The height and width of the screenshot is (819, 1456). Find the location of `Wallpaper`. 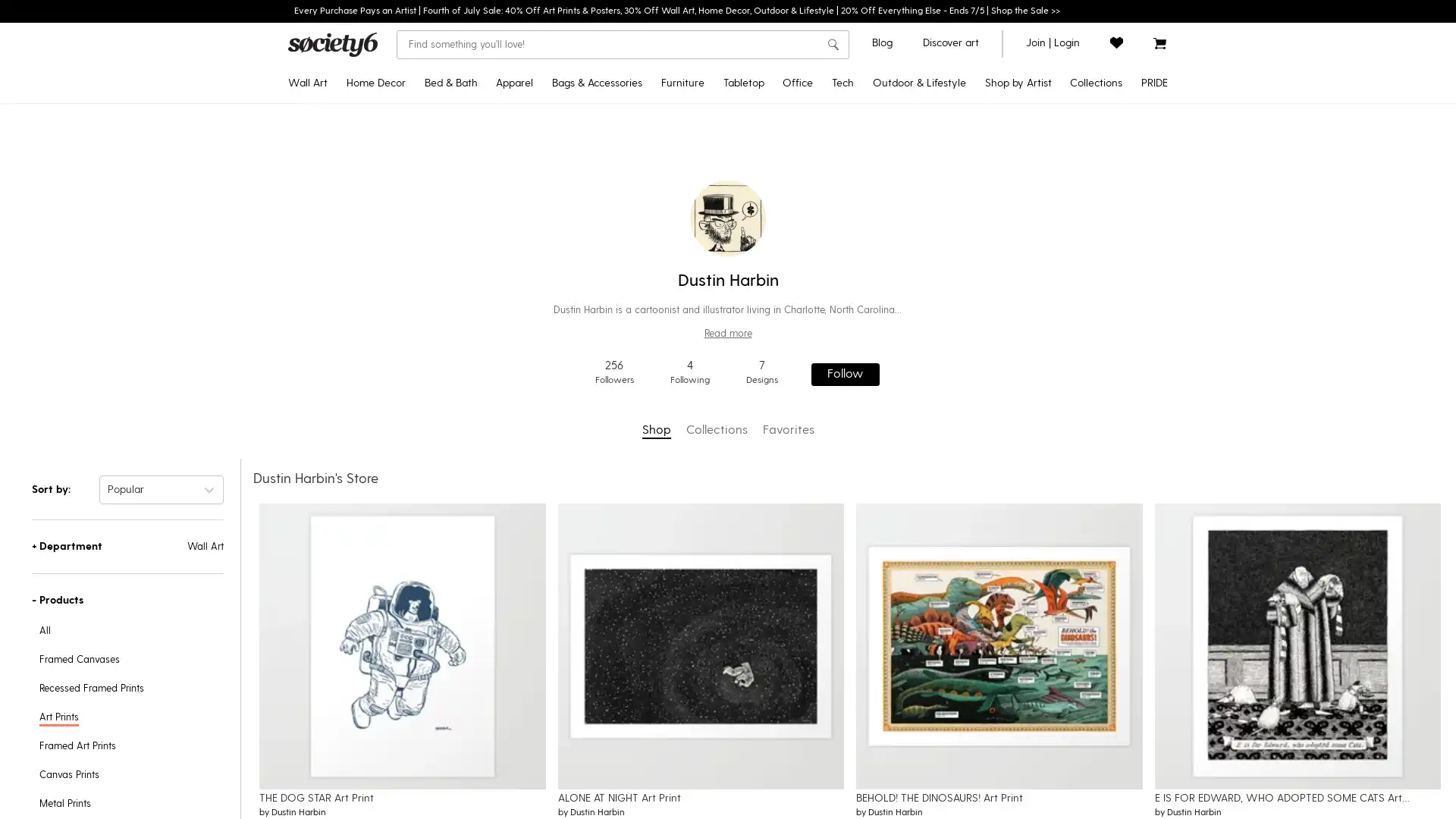

Wallpaper is located at coordinates (404, 366).